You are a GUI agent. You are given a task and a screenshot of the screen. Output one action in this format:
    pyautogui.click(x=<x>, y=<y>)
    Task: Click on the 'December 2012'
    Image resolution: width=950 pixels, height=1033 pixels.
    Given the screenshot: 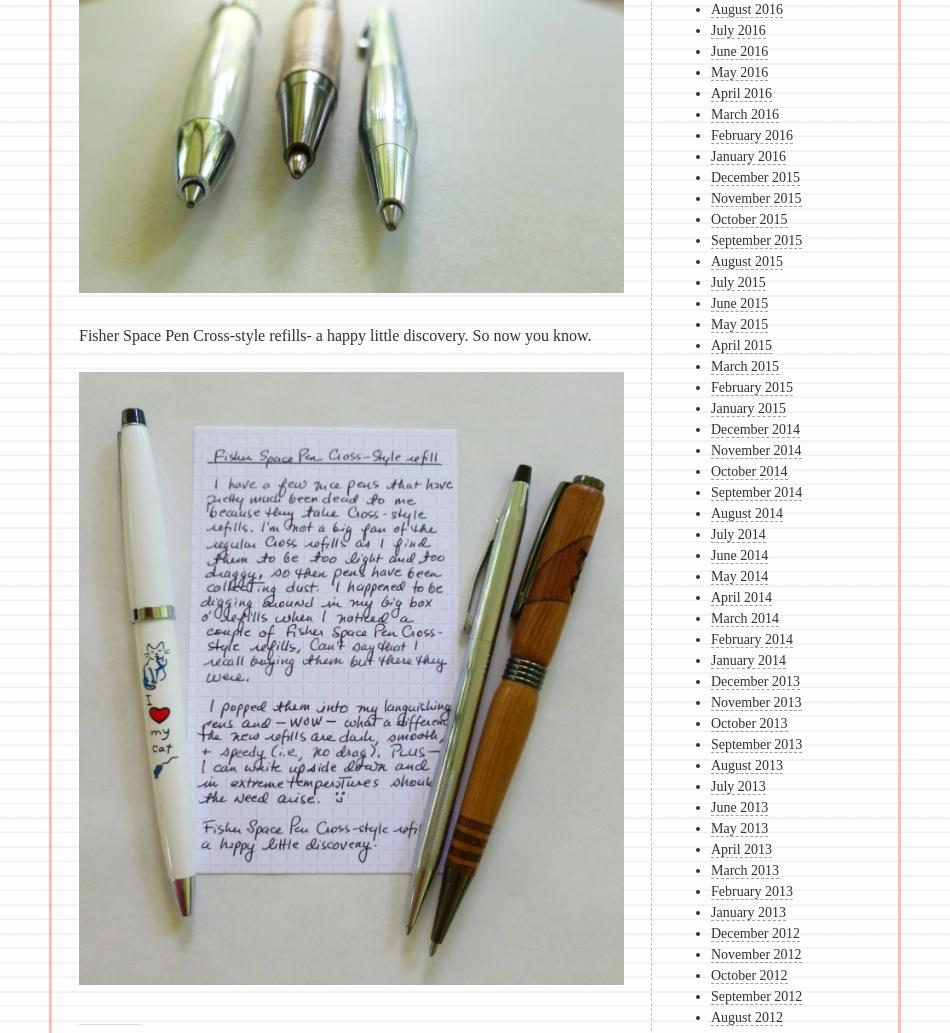 What is the action you would take?
    pyautogui.click(x=753, y=932)
    